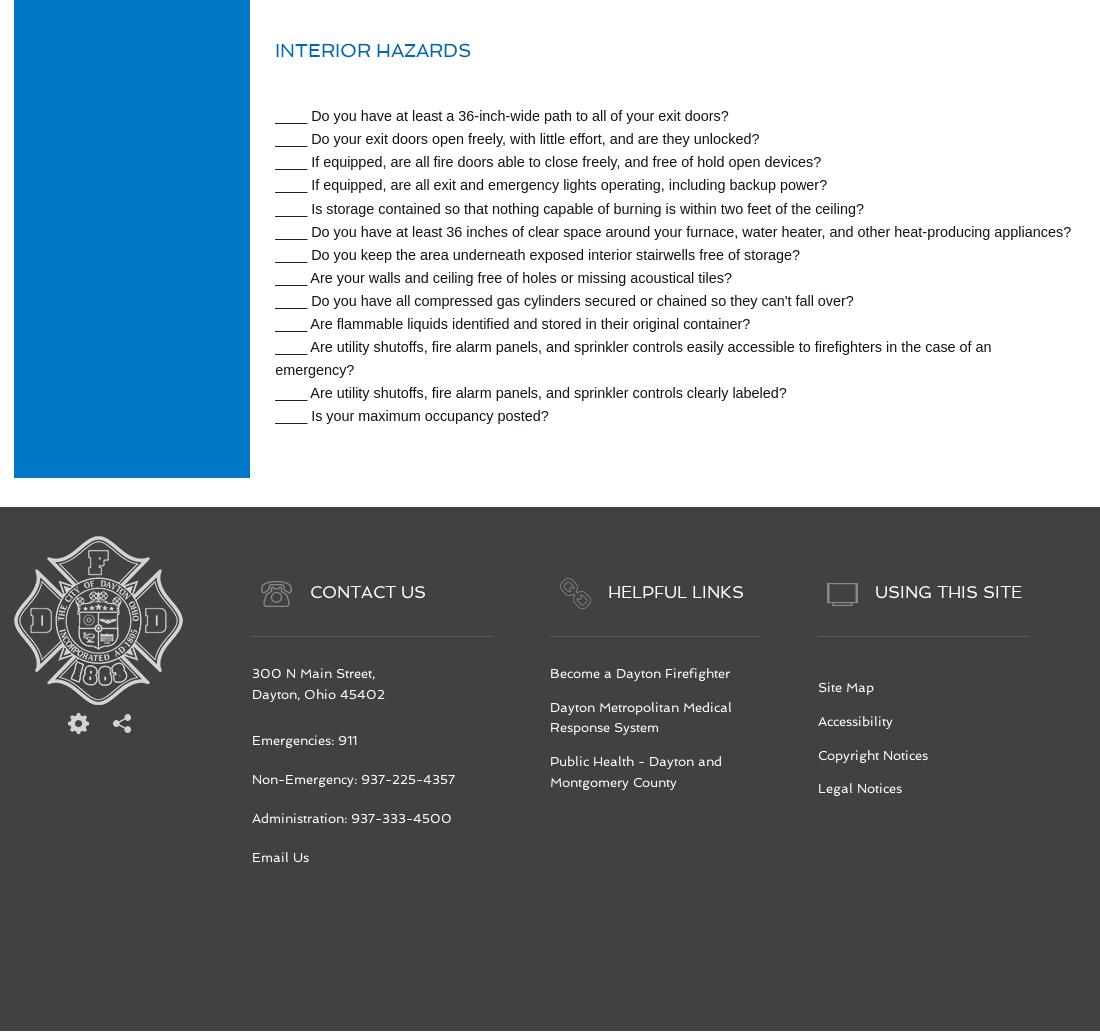 The width and height of the screenshot is (1100, 1034). I want to click on 'Using This Site', so click(874, 591).